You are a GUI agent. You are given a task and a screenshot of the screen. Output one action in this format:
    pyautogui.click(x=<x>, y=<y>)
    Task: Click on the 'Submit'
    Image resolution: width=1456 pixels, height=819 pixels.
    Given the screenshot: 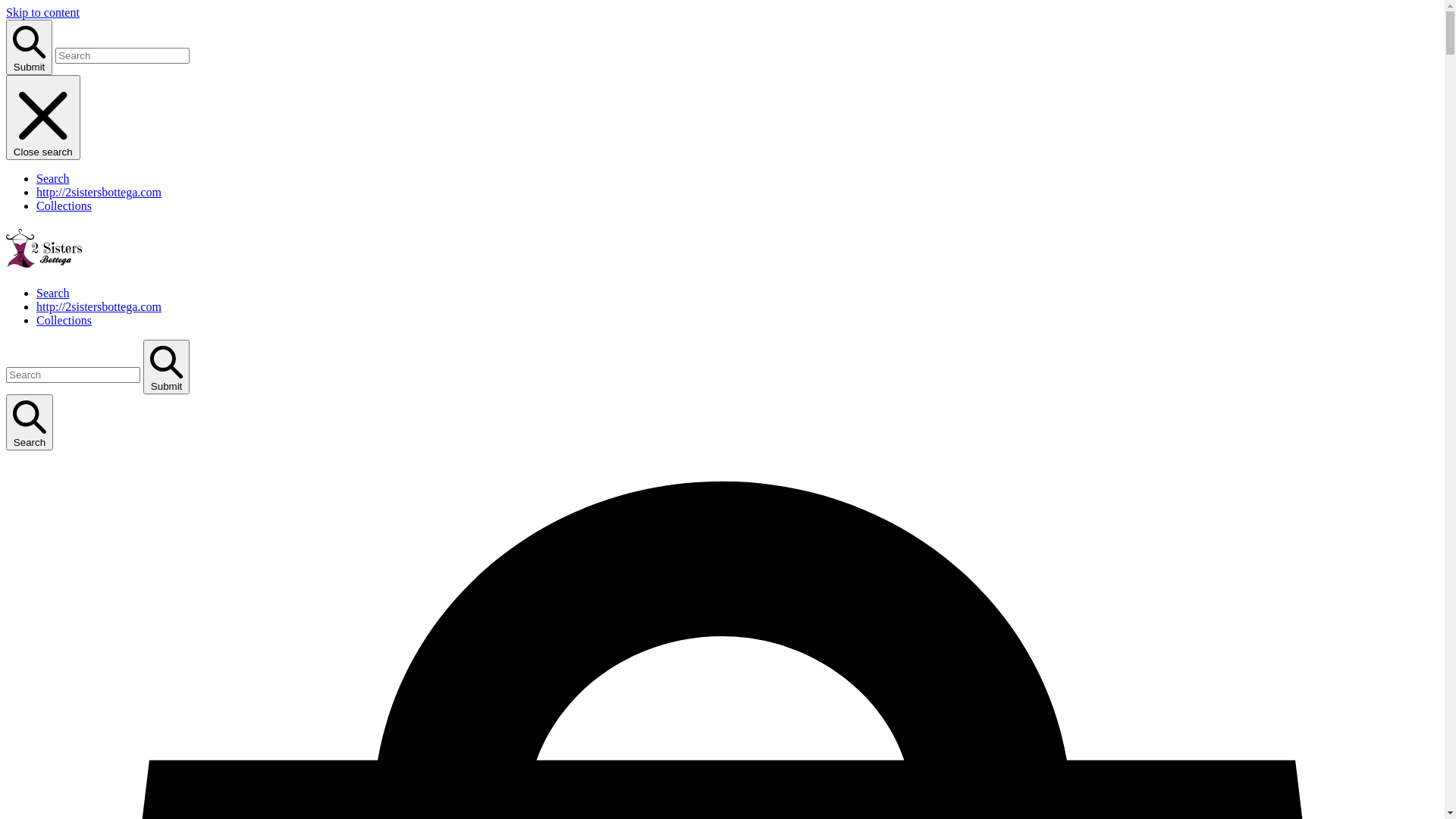 What is the action you would take?
    pyautogui.click(x=166, y=367)
    